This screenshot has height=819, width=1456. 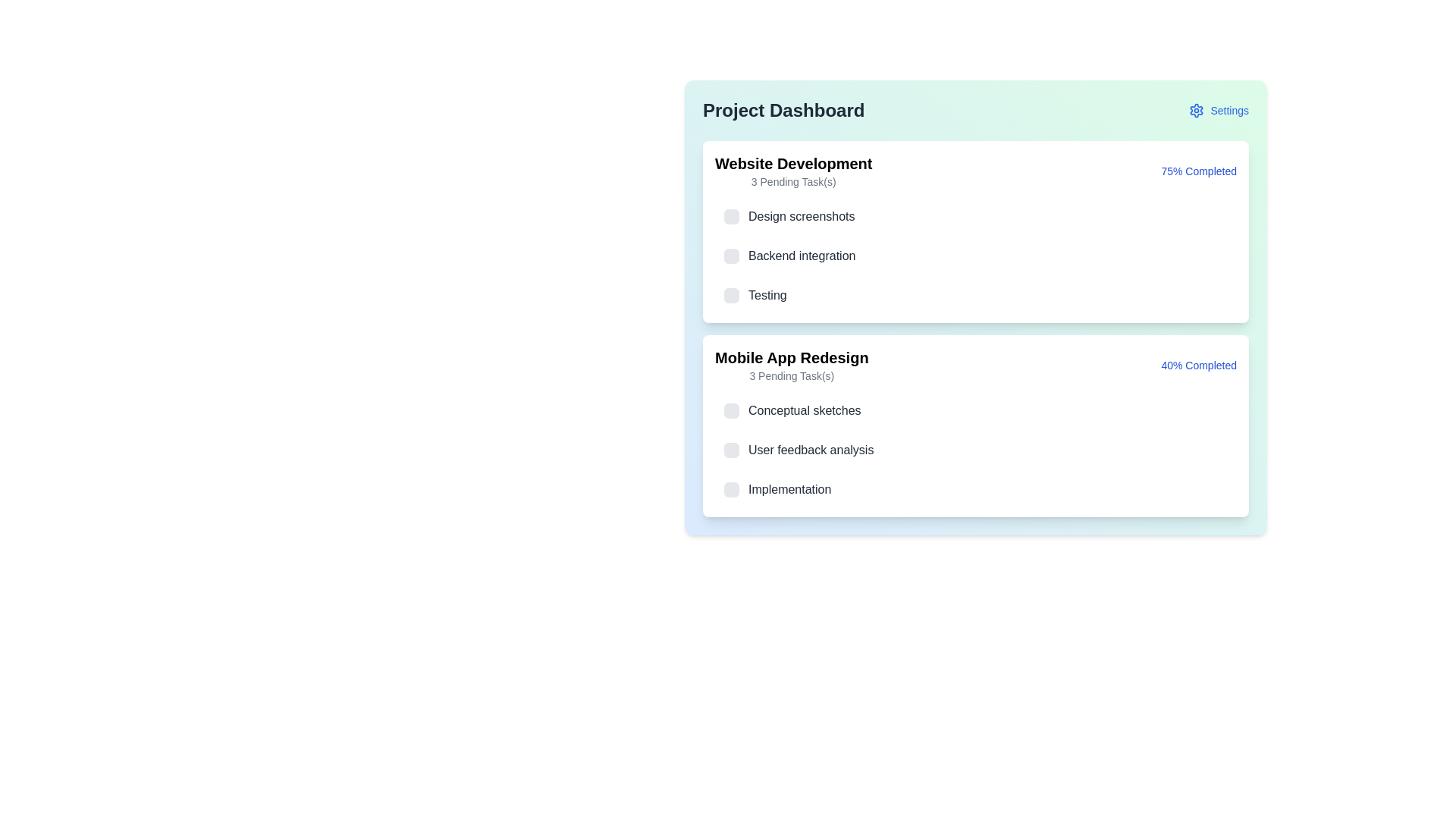 I want to click on the small square checkbox with rounded corners and a gray background located to the left of the text 'Implementation' in the 'Mobile App Redesign' section, so click(x=731, y=489).